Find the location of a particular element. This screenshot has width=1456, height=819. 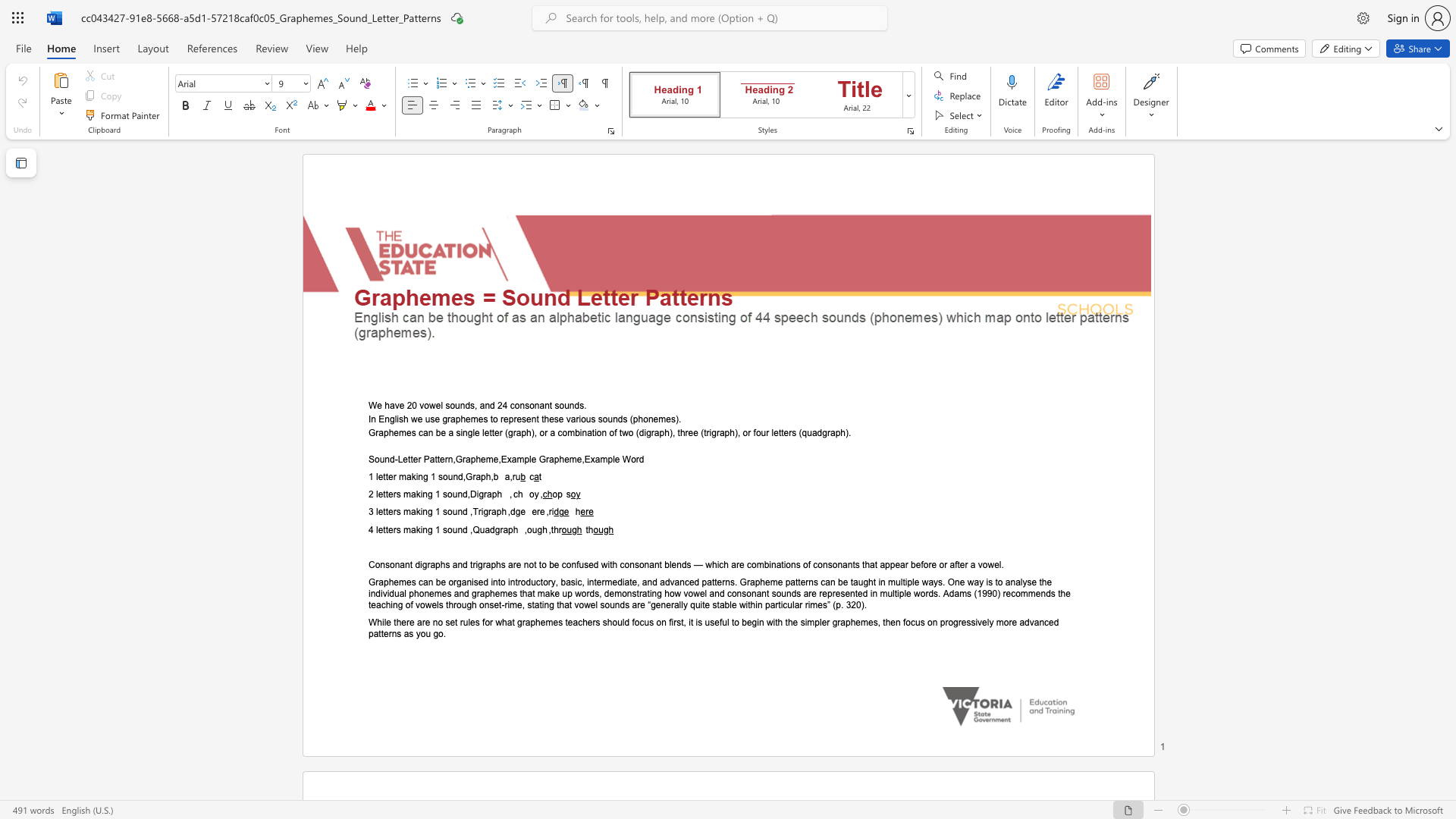

the subset text "sounds, and 24 consonant sounds" within the text "We have 20 vowel sounds, and 24 consonant sounds." is located at coordinates (444, 405).